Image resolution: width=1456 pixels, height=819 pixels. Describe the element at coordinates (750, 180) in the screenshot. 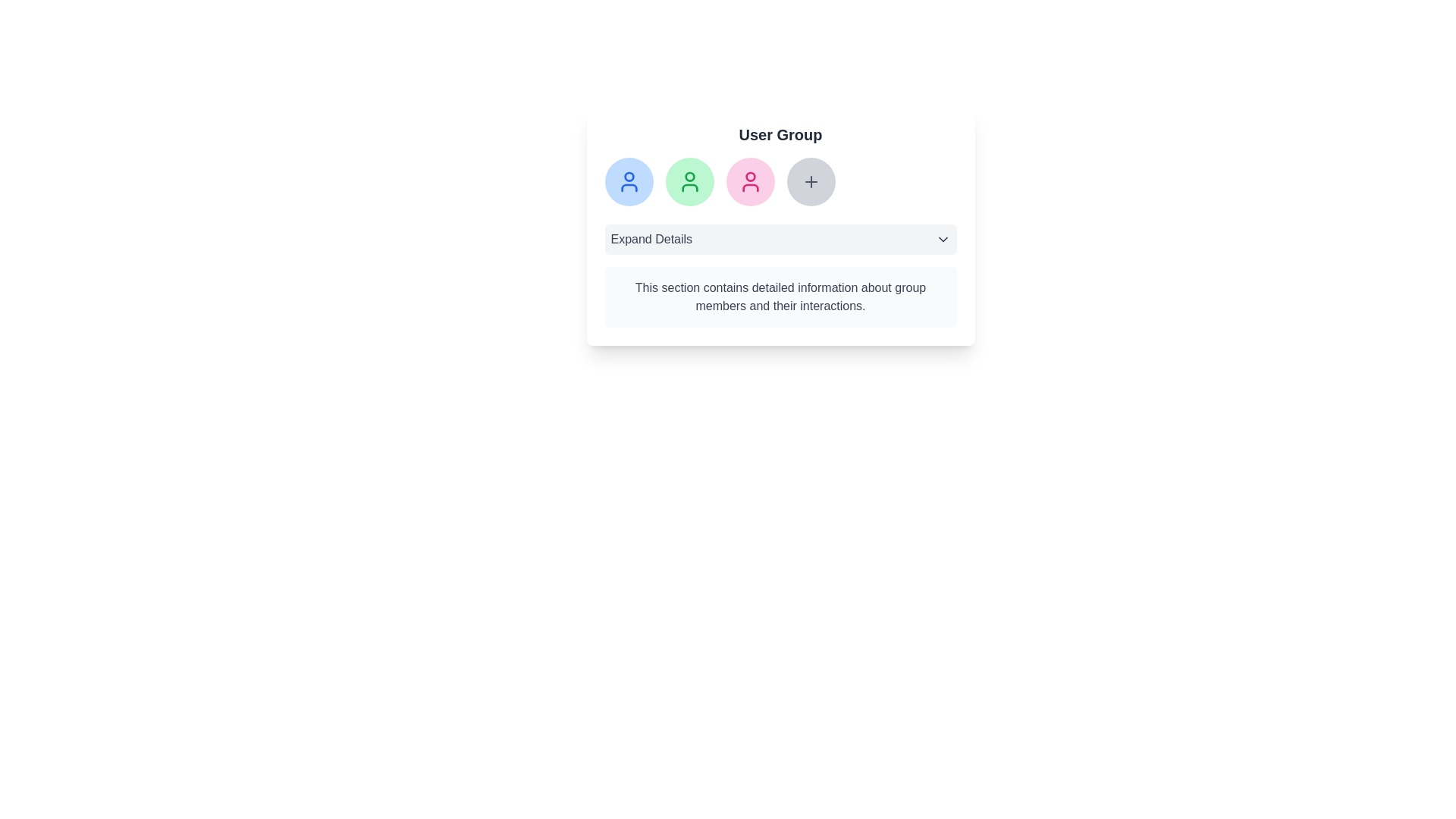

I see `the third icon button in a horizontal group of four, which represents a member feature or user role` at that location.